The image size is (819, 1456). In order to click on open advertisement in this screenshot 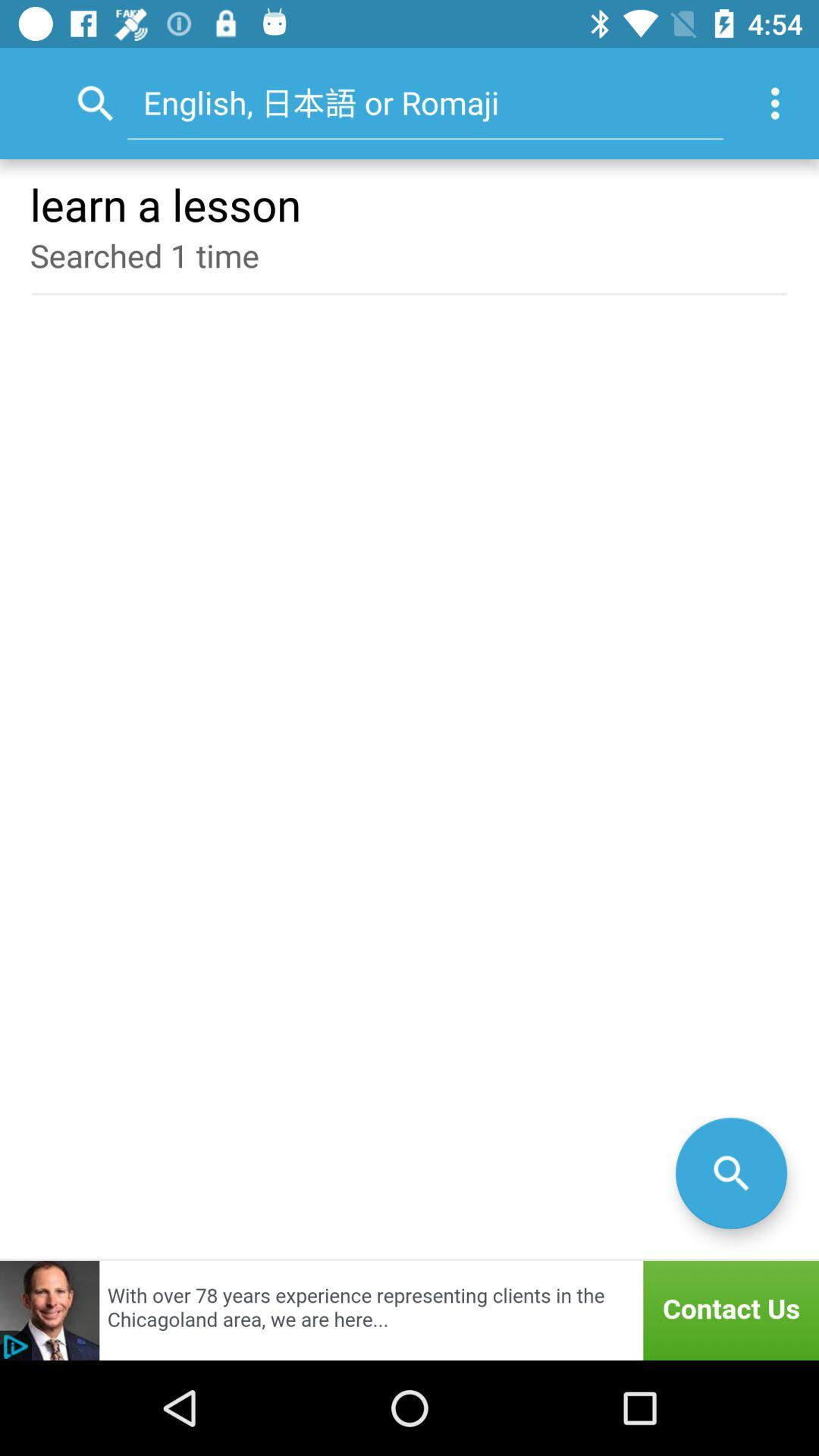, I will do `click(409, 1310)`.